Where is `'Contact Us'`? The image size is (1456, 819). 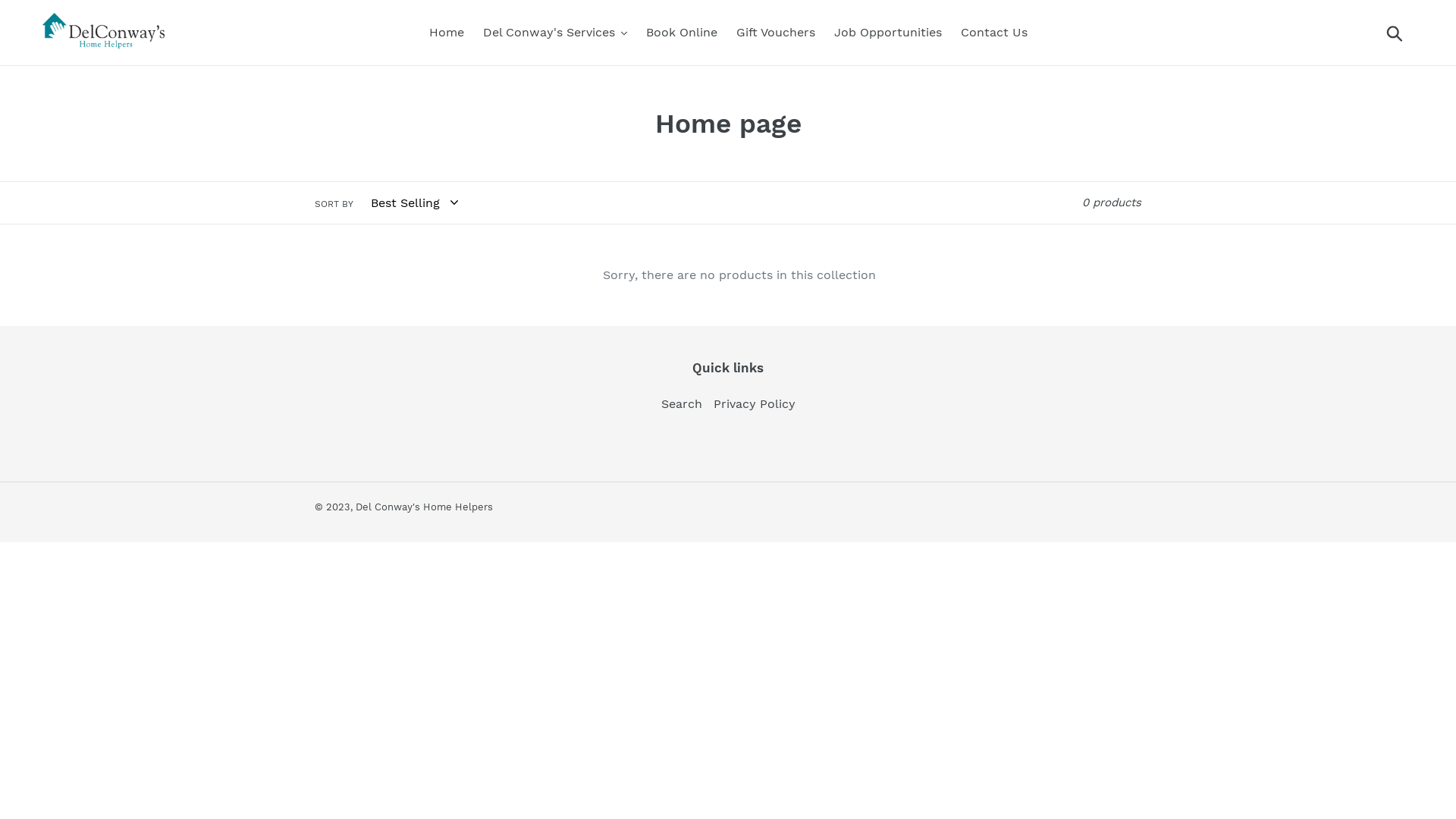
'Contact Us' is located at coordinates (993, 32).